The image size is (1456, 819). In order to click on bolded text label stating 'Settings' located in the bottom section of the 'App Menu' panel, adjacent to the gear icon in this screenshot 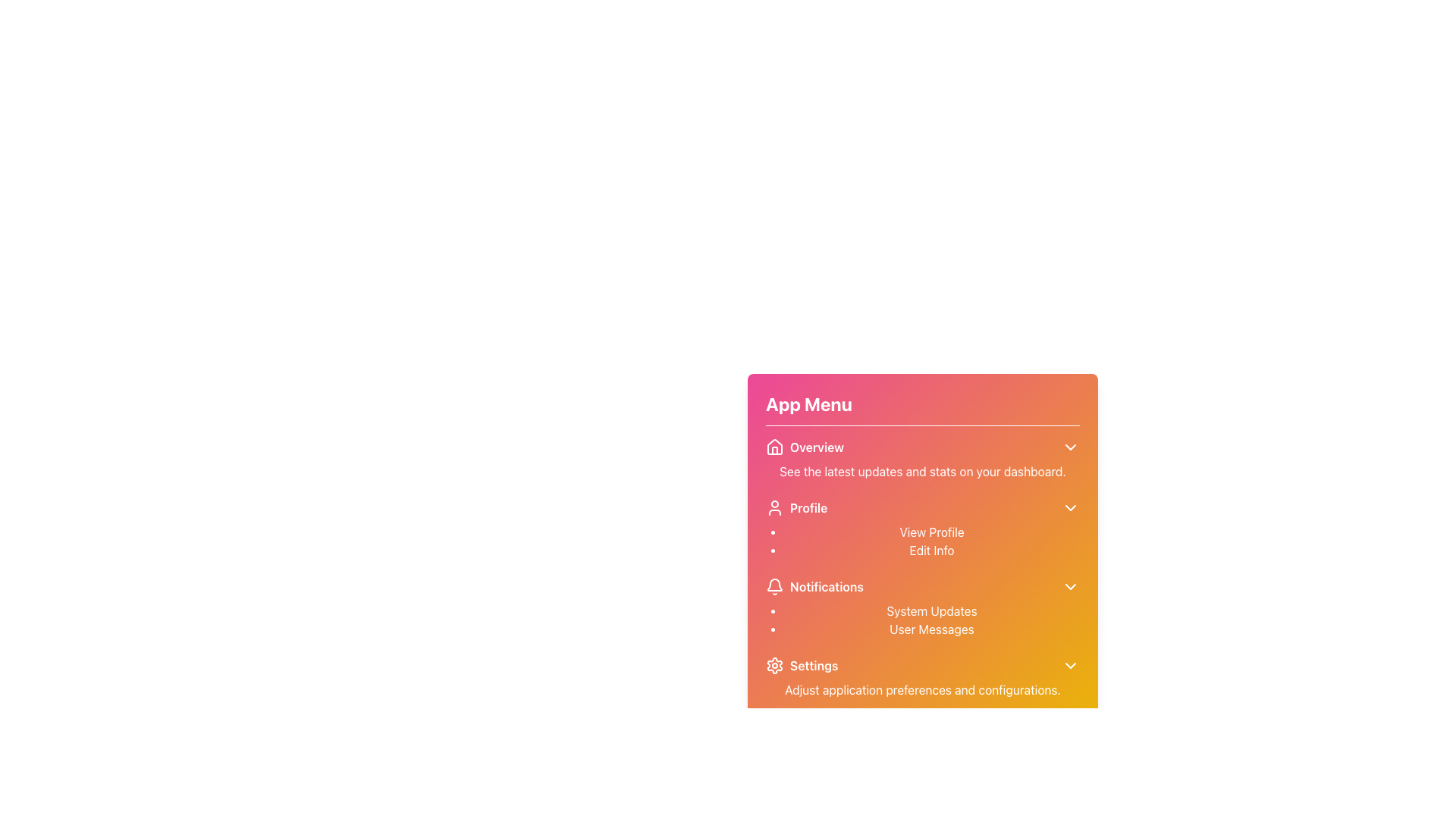, I will do `click(813, 665)`.